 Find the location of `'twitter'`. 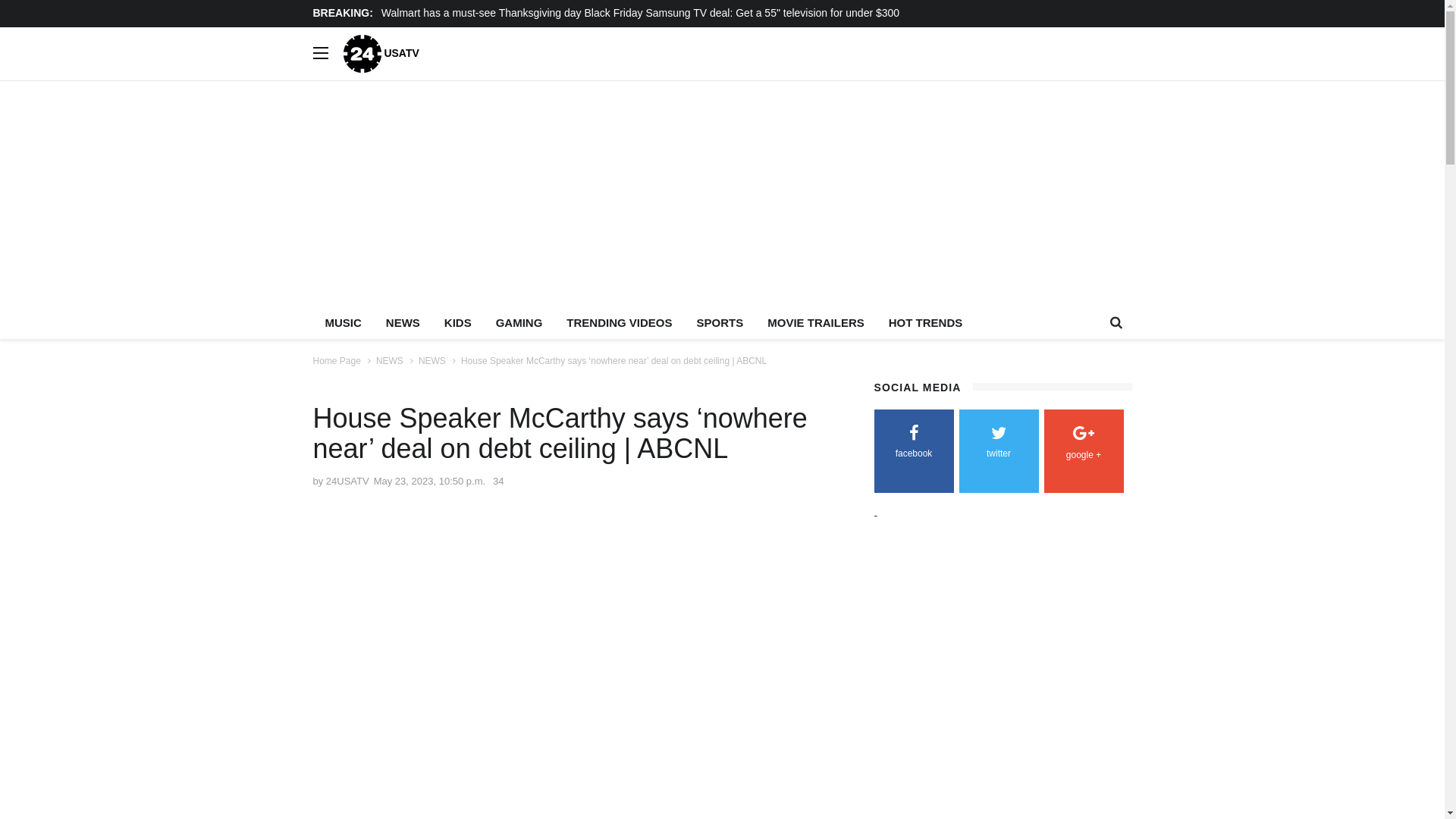

'twitter' is located at coordinates (998, 444).